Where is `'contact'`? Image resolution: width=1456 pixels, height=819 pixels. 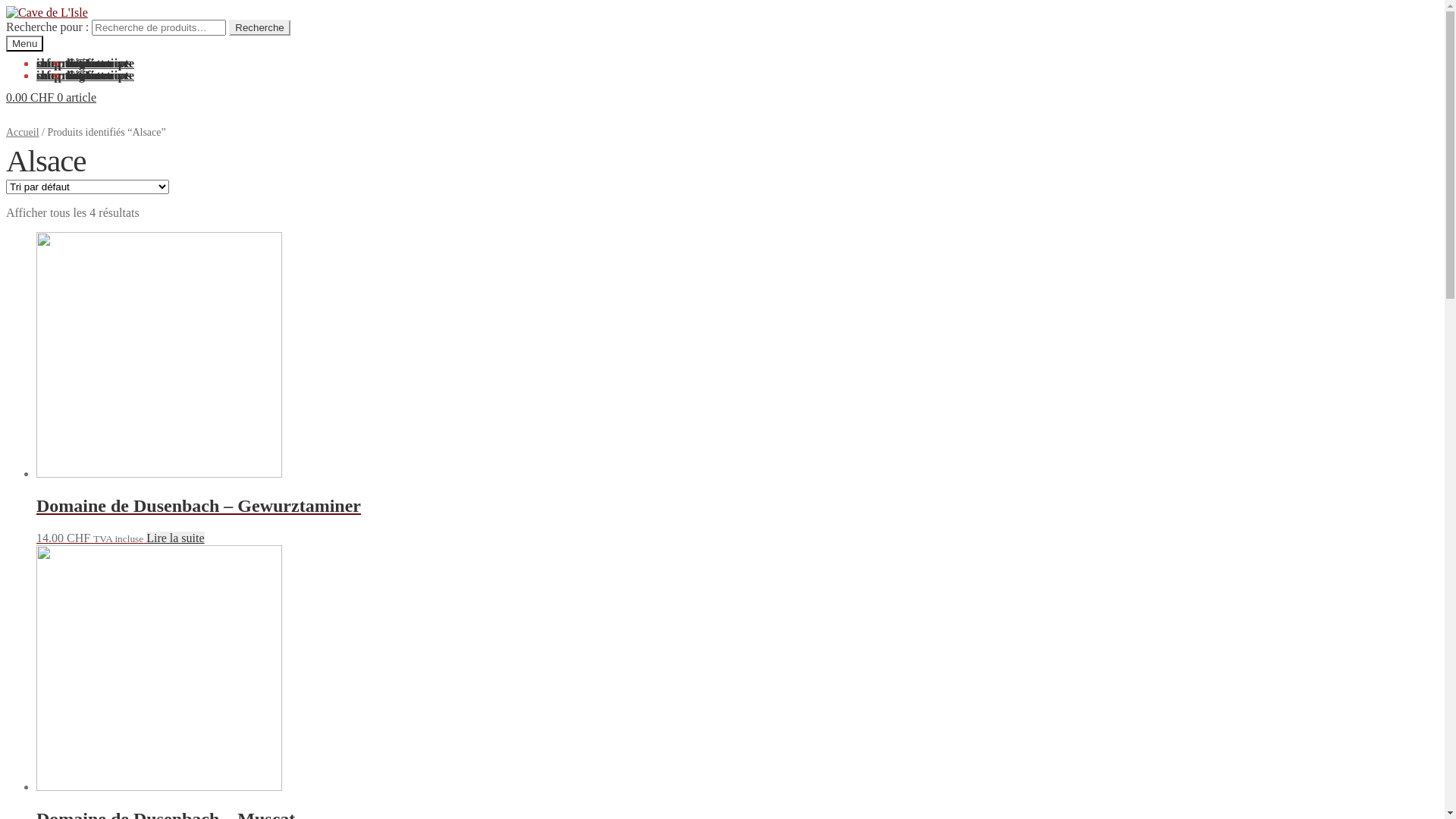 'contact' is located at coordinates (85, 75).